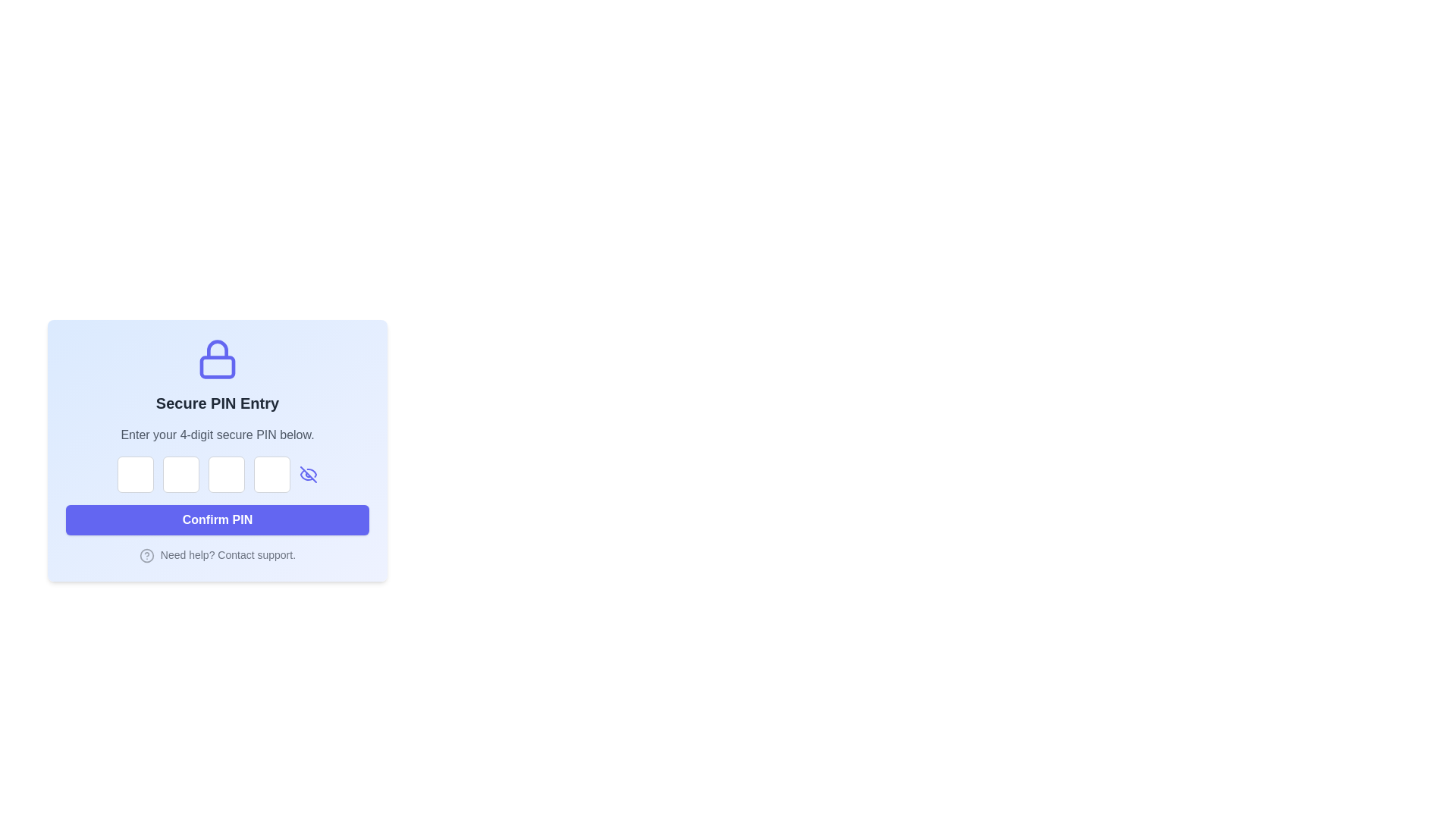  I want to click on the circular help icon located at the bottom of the card with the text 'Need help? Contact support.', so click(146, 556).